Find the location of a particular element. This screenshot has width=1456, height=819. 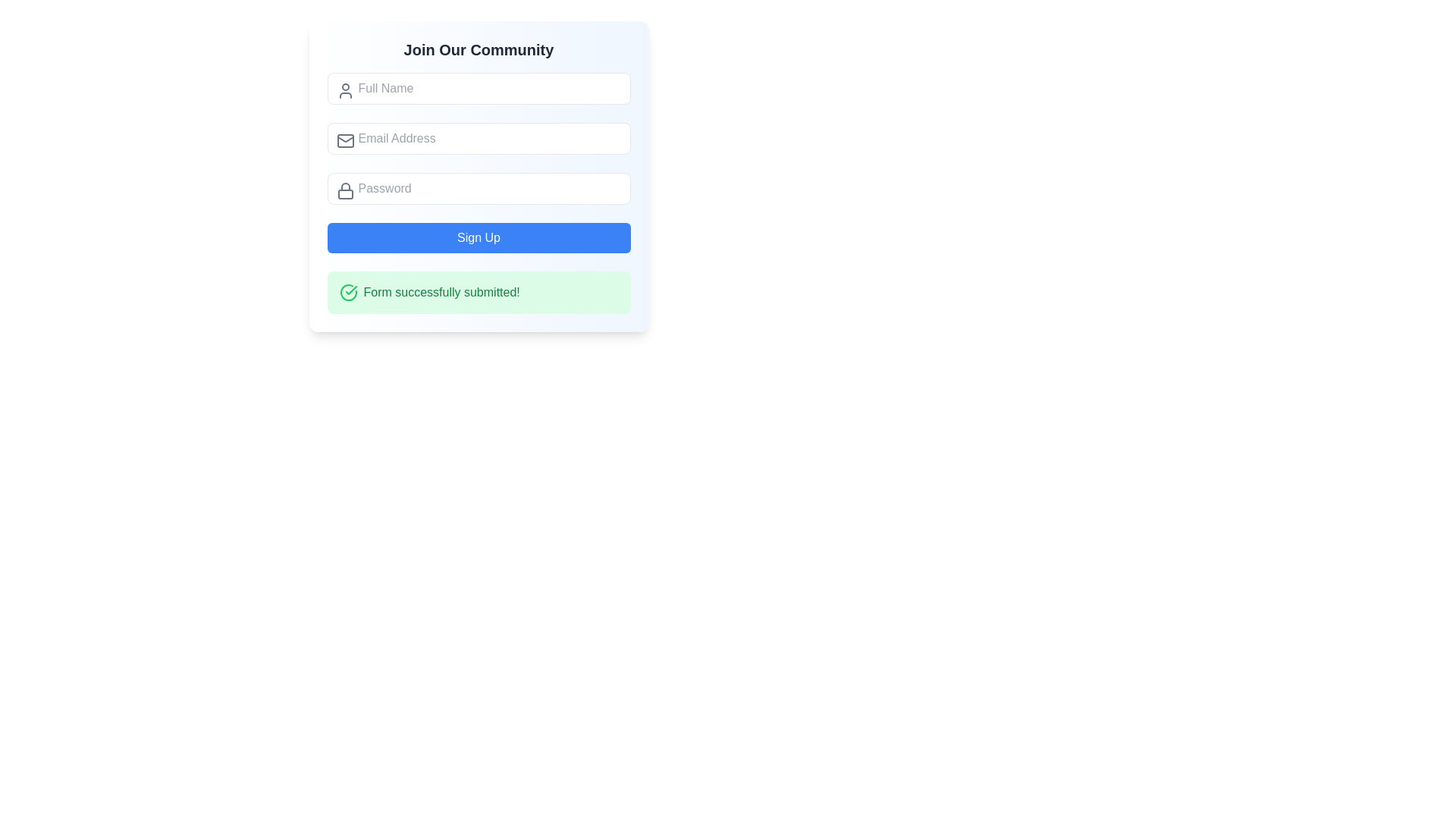

the inner rectangular part of the mail envelope icon, which indicates the associated input field for entering an email address is located at coordinates (344, 140).